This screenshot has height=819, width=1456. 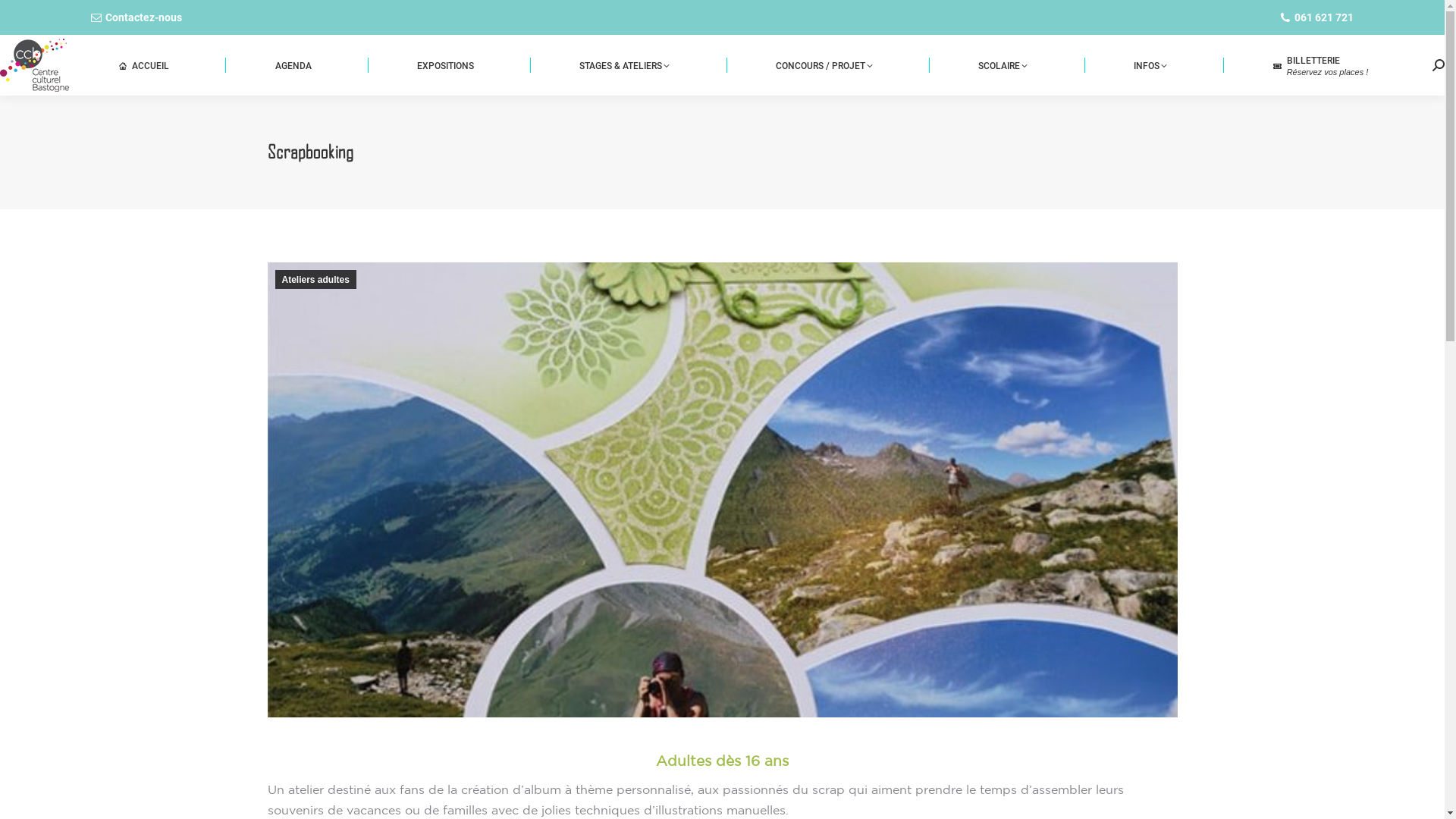 I want to click on 'SCOLAIRE', so click(x=1003, y=64).